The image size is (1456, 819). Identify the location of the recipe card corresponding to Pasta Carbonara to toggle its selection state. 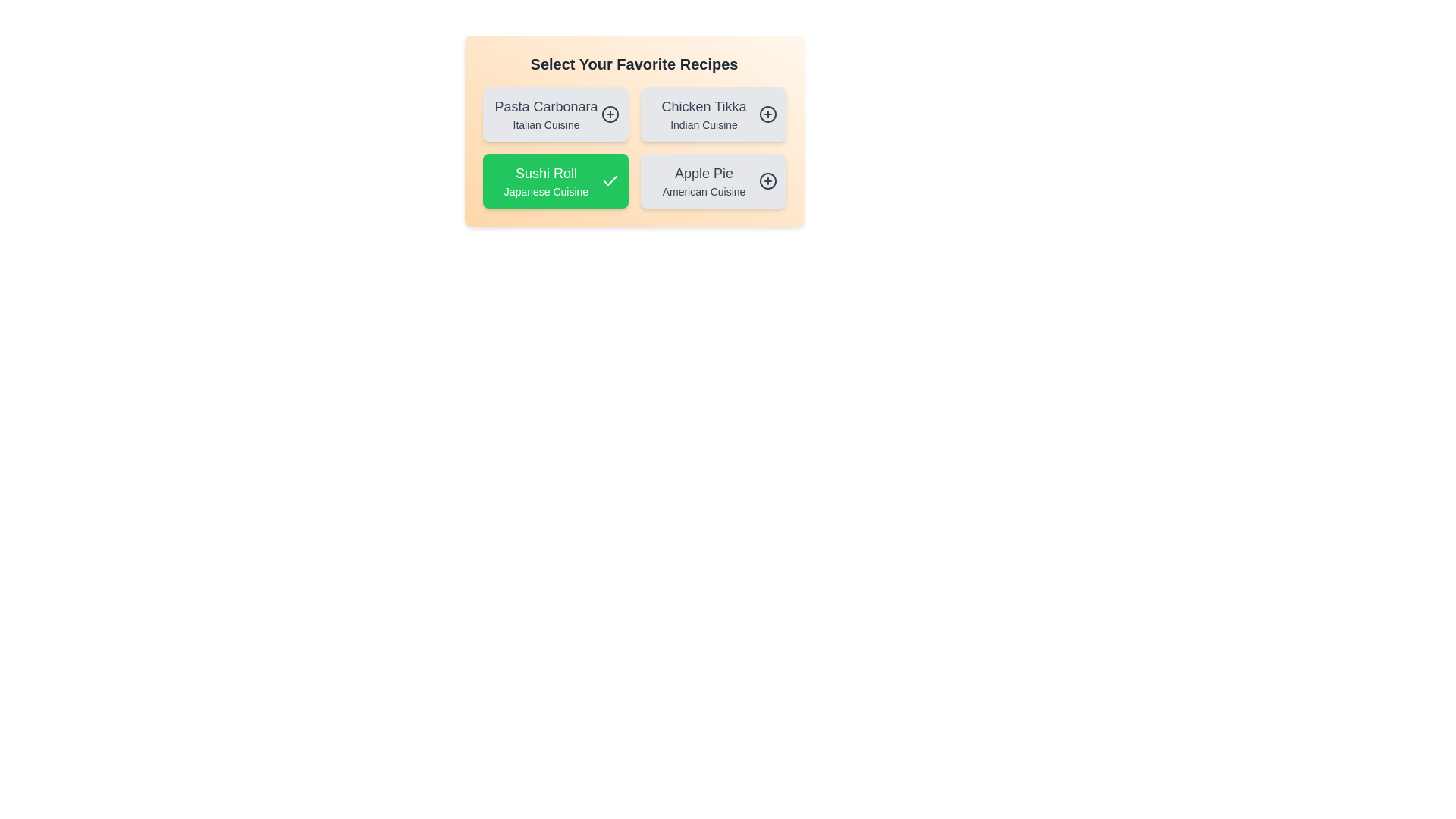
(554, 113).